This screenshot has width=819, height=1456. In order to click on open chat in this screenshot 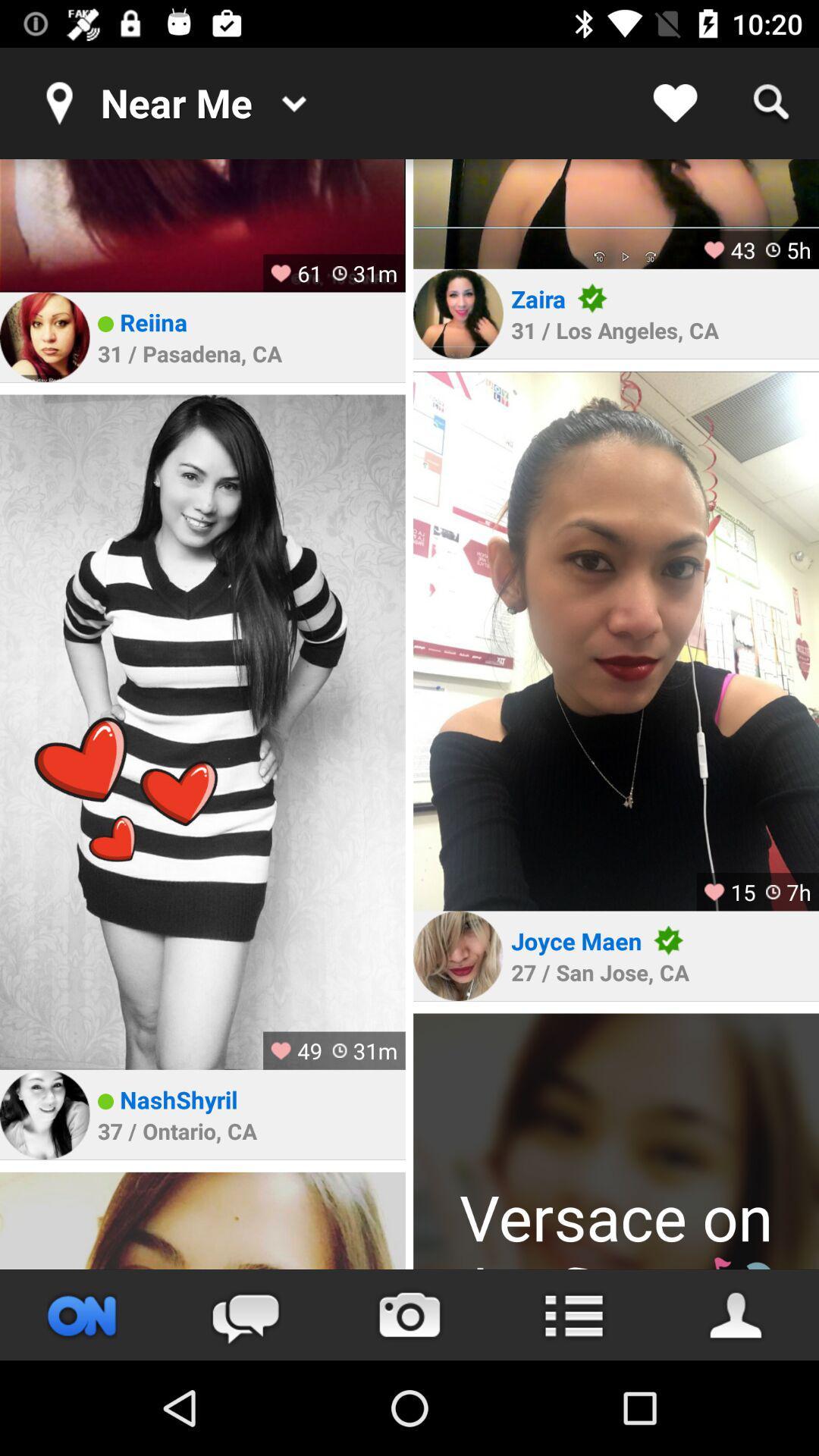, I will do `click(245, 1314)`.